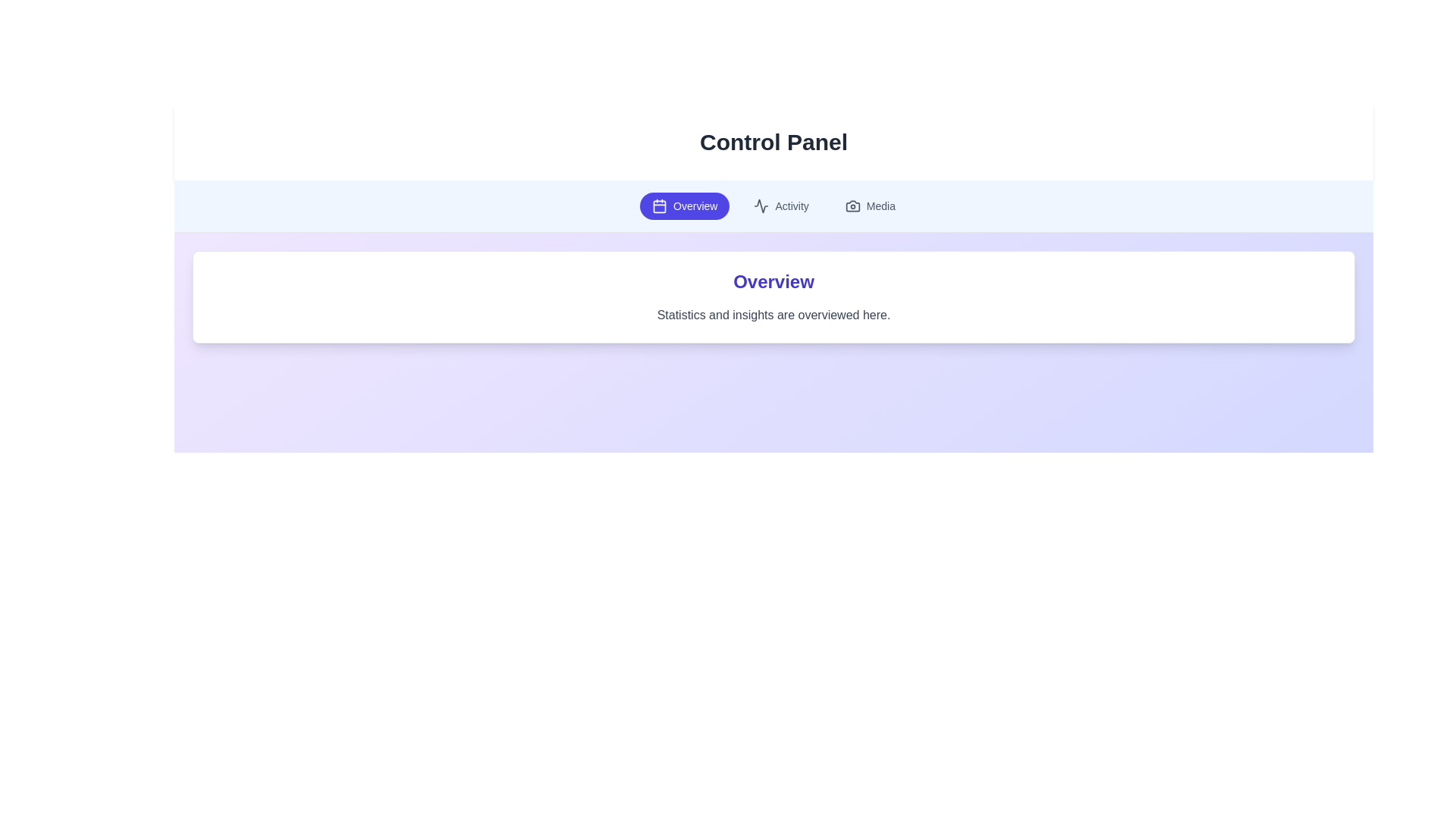 The image size is (1456, 819). I want to click on the 'Media' button icon in the navigation bar, which is the third option and is located between the 'Overview' and 'Activity' buttons, with a text label 'Media' to the right, so click(852, 206).